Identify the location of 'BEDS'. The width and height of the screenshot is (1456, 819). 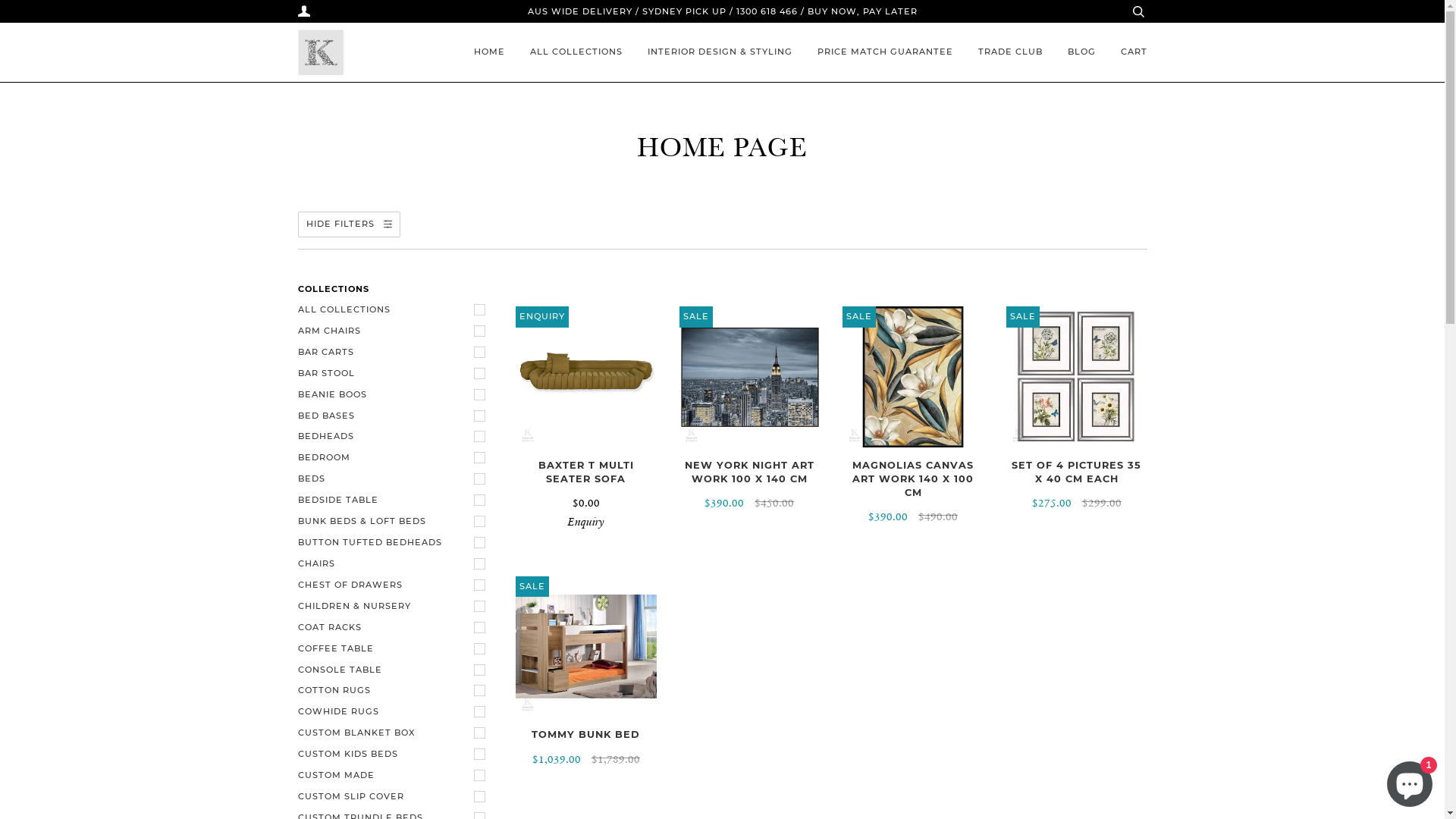
(297, 479).